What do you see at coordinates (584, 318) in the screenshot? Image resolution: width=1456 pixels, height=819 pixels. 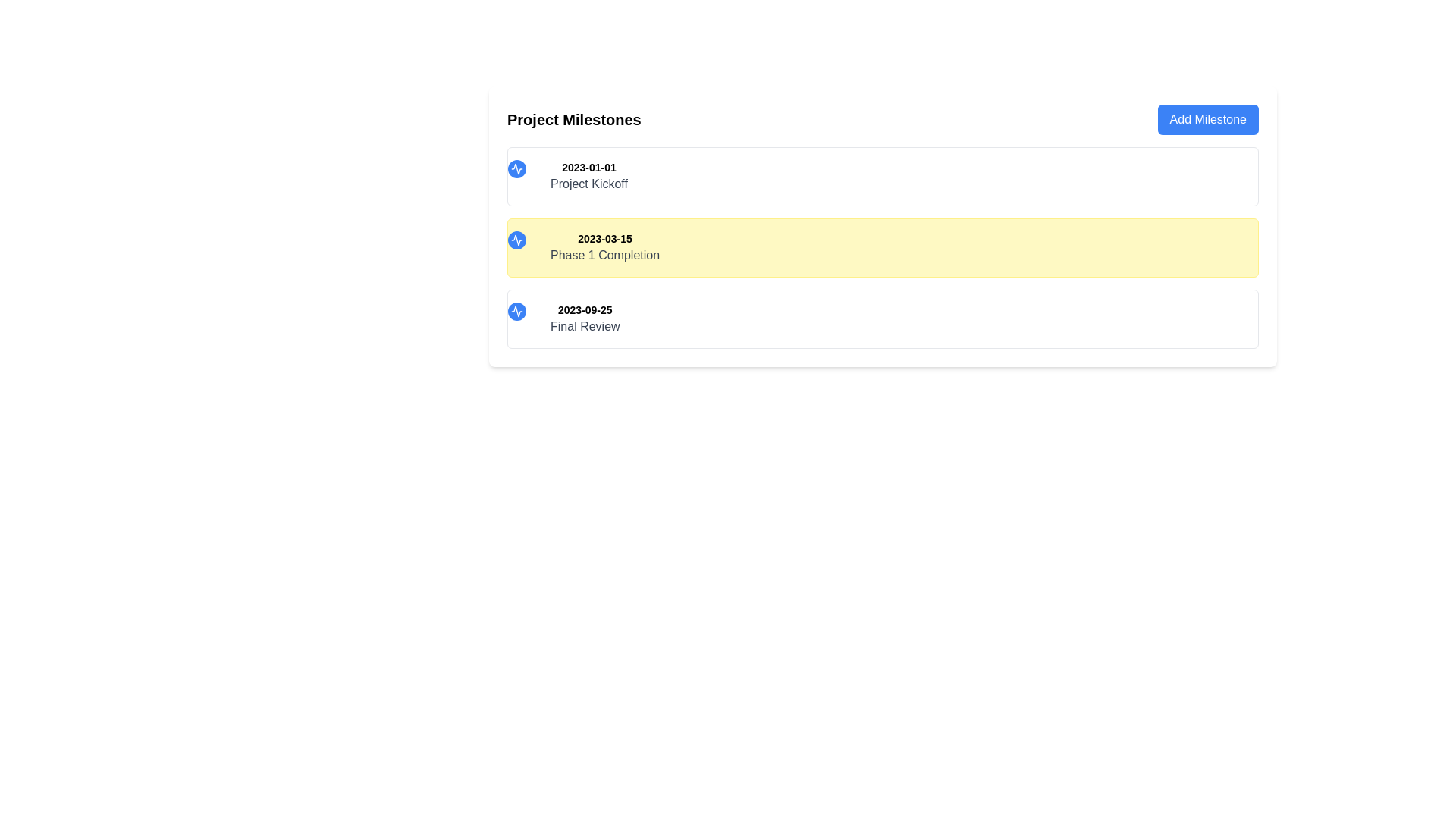 I see `the Text Display Group displaying '2023-09-25 Final Review', located at the bottom of the 'Project Milestones' list` at bounding box center [584, 318].